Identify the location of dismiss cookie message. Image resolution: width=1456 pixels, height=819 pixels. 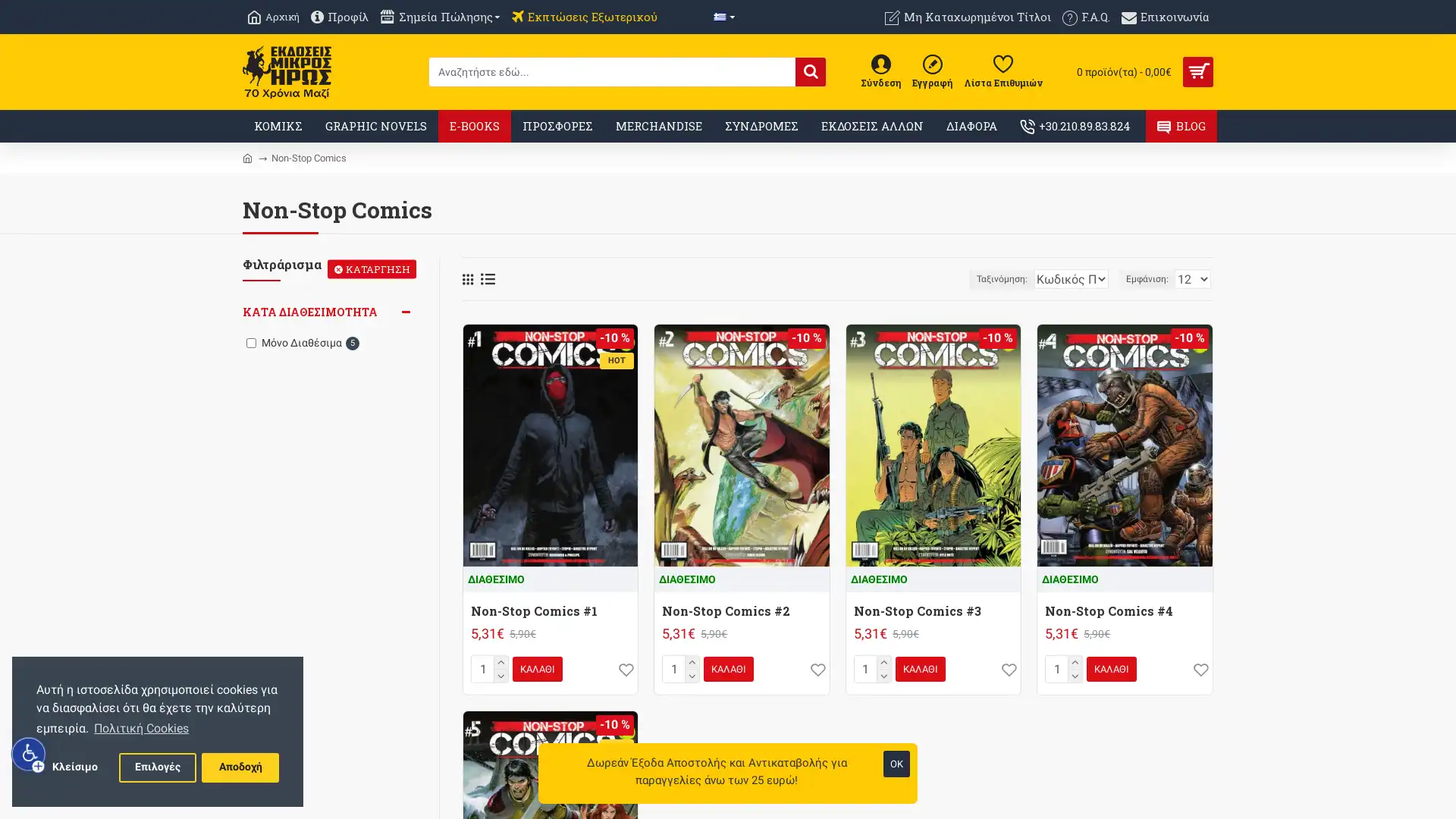
(74, 767).